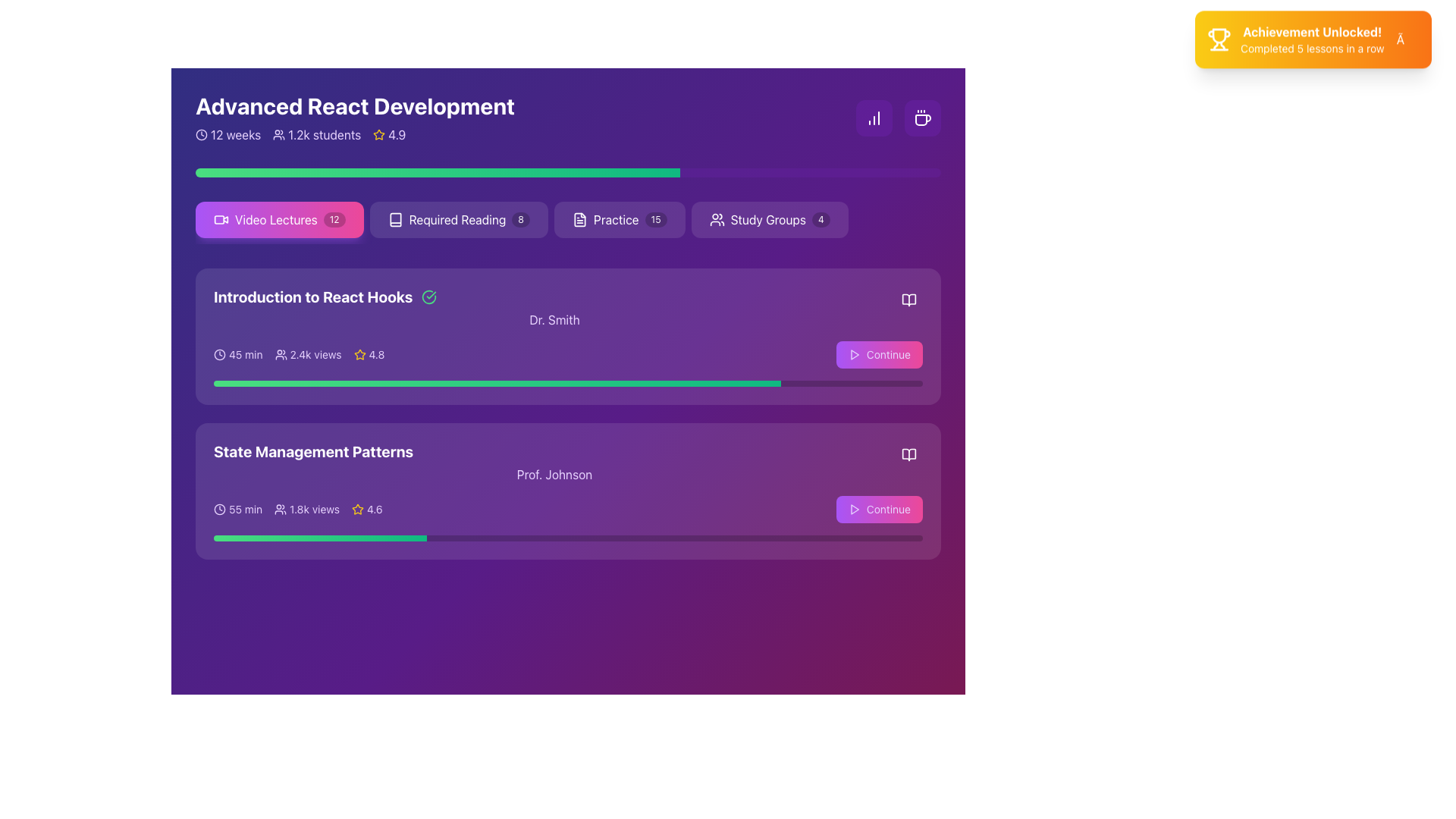  Describe the element at coordinates (279, 133) in the screenshot. I see `the icon resembling a group of people, which is styled as an outline drawing with a 'currentColor' stroke, located to the left of the '1.2k students' text under the course title 'Advanced React Development'` at that location.